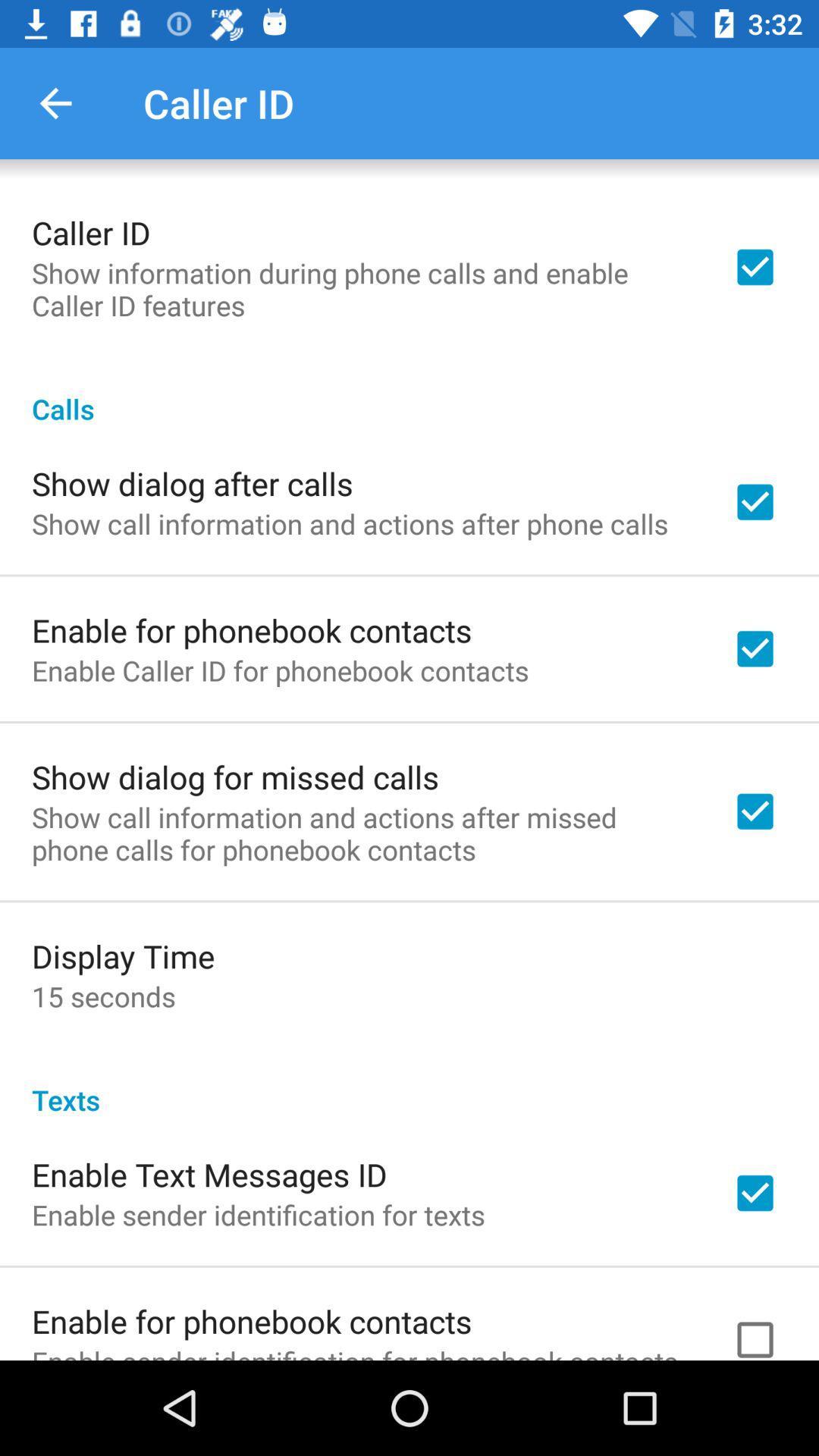  What do you see at coordinates (209, 1173) in the screenshot?
I see `enable text messages icon` at bounding box center [209, 1173].